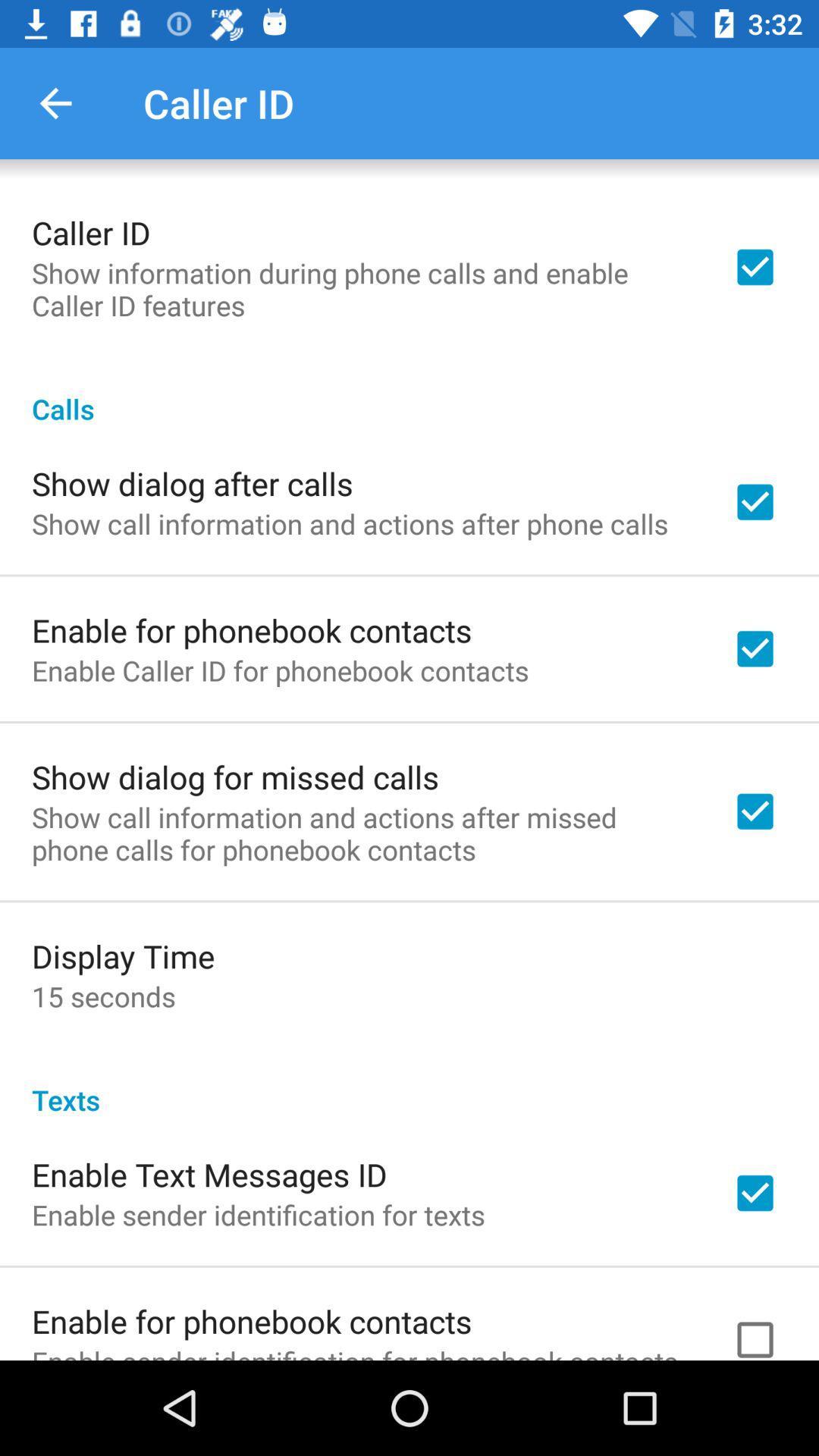  What do you see at coordinates (209, 1173) in the screenshot?
I see `enable text messages icon` at bounding box center [209, 1173].